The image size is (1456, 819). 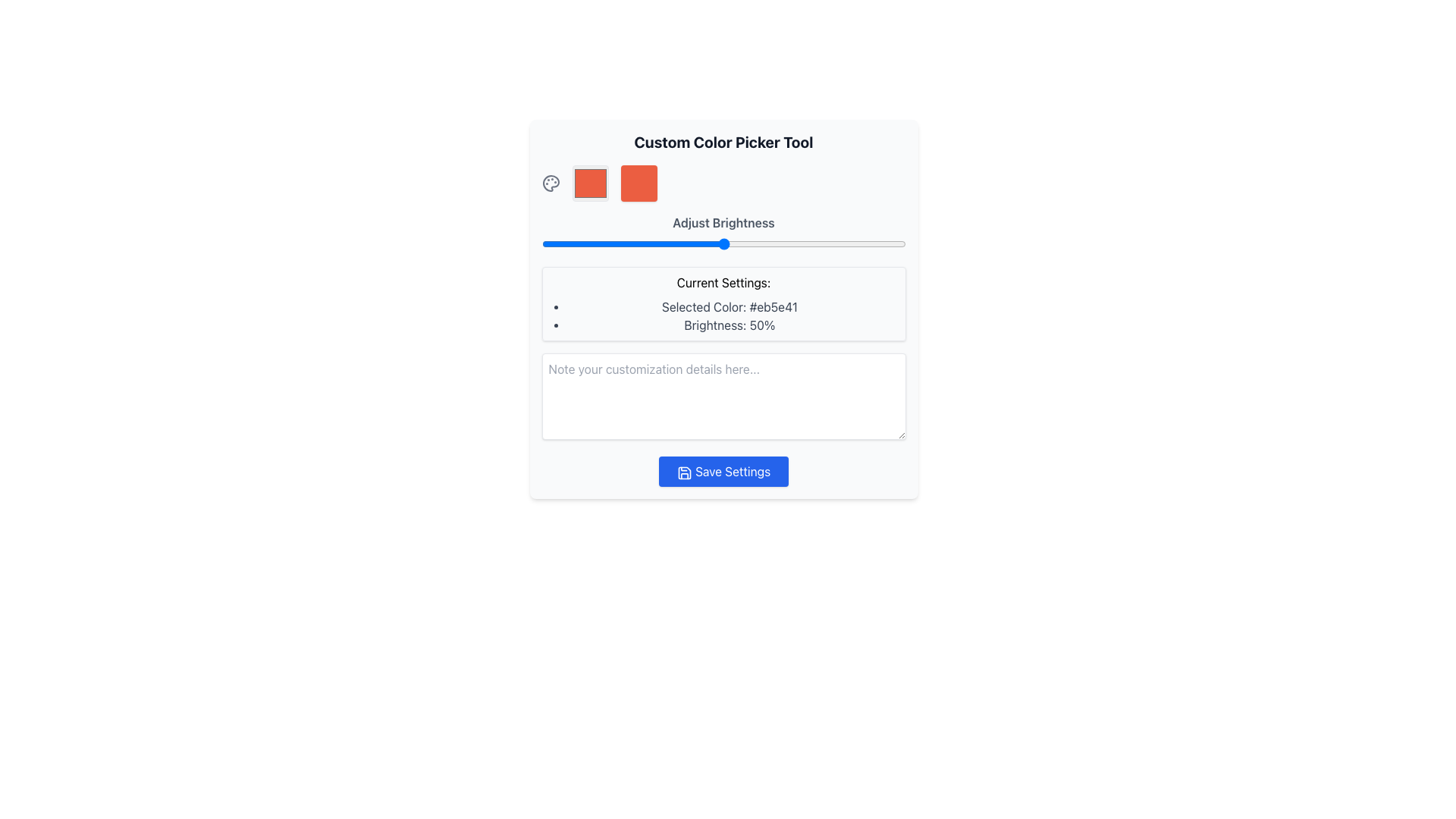 What do you see at coordinates (683, 472) in the screenshot?
I see `the small floppy disk shaped save icon located on the left side of the blue button labeled 'Save Settings'` at bounding box center [683, 472].